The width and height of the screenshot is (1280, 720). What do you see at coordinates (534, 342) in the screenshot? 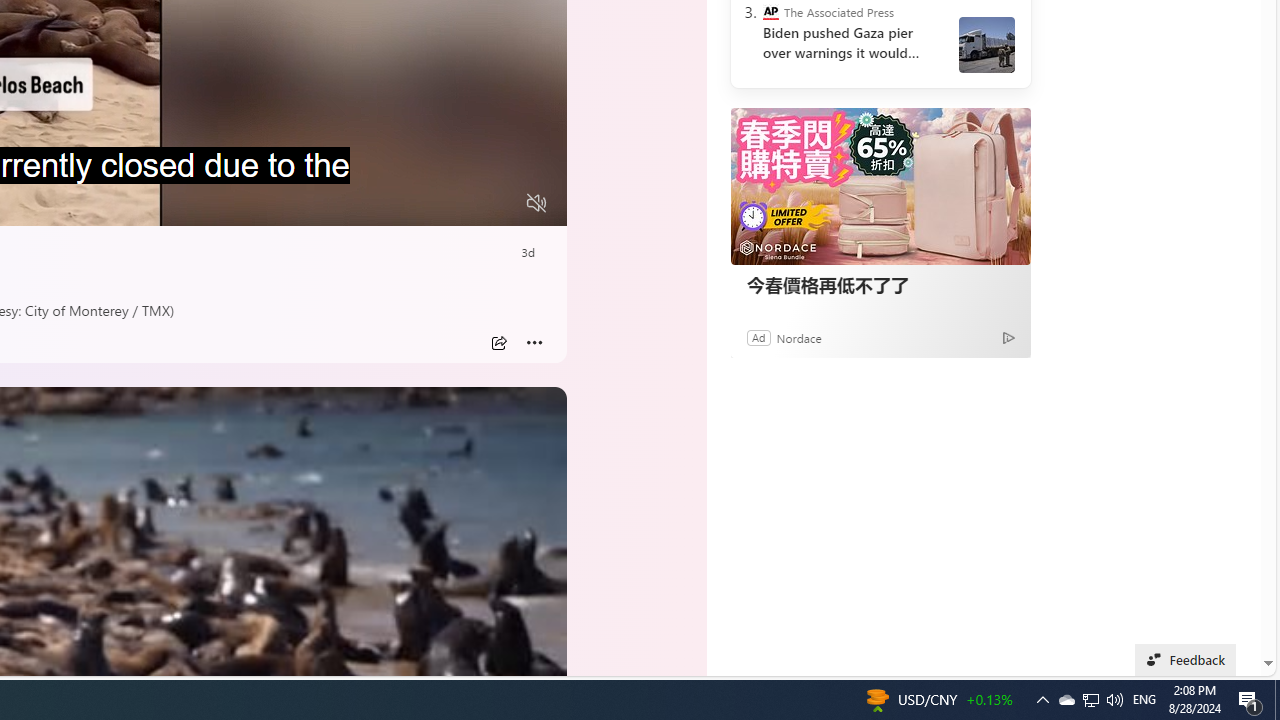
I see `'More'` at bounding box center [534, 342].